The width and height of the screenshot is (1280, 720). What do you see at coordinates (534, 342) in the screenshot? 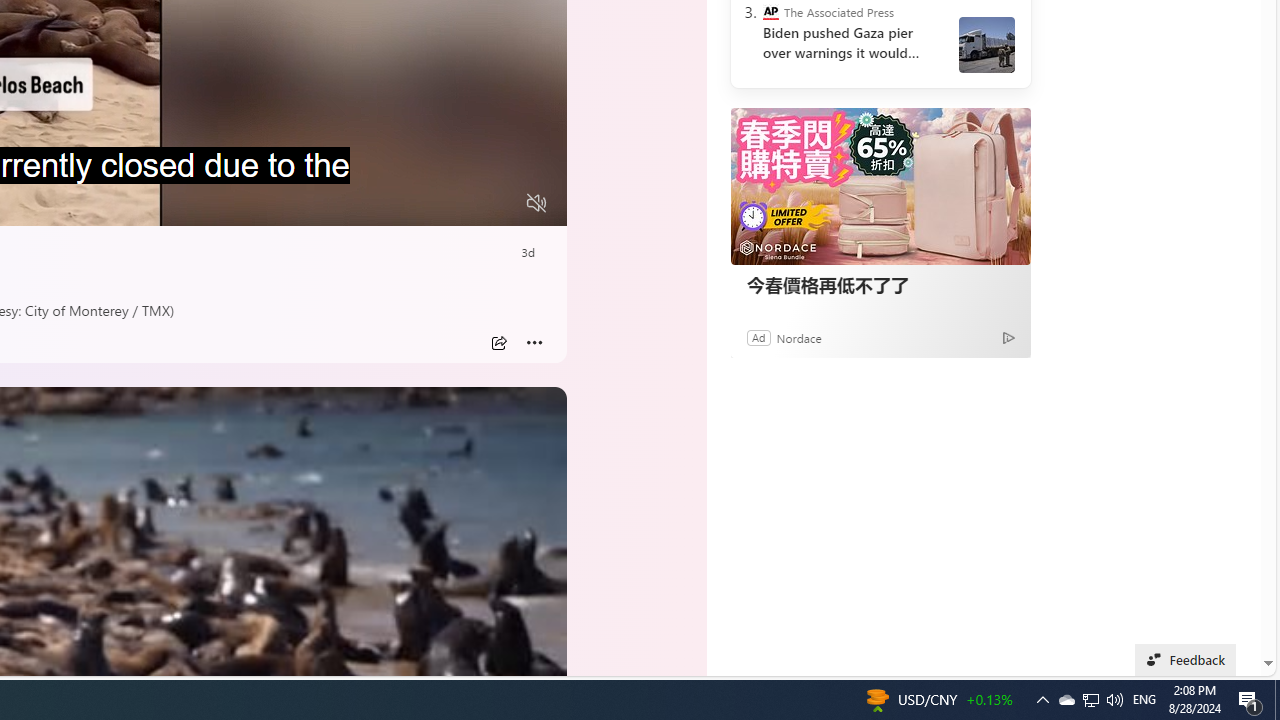
I see `'More'` at bounding box center [534, 342].